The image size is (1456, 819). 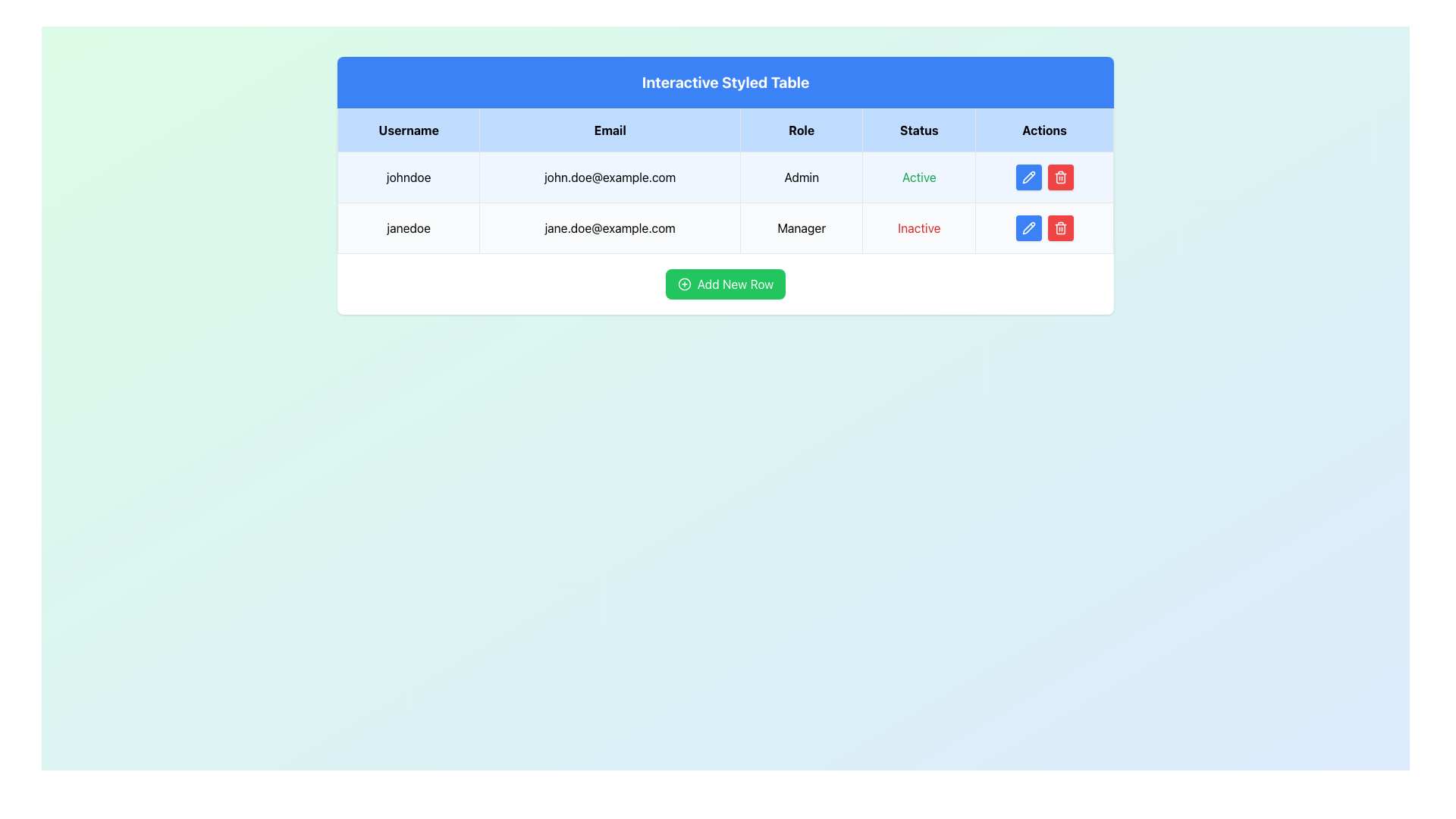 What do you see at coordinates (1059, 227) in the screenshot?
I see `the delete button in the 'Actions' column of the table, located to the far right of the second data row associated with the username 'janedoe'` at bounding box center [1059, 227].